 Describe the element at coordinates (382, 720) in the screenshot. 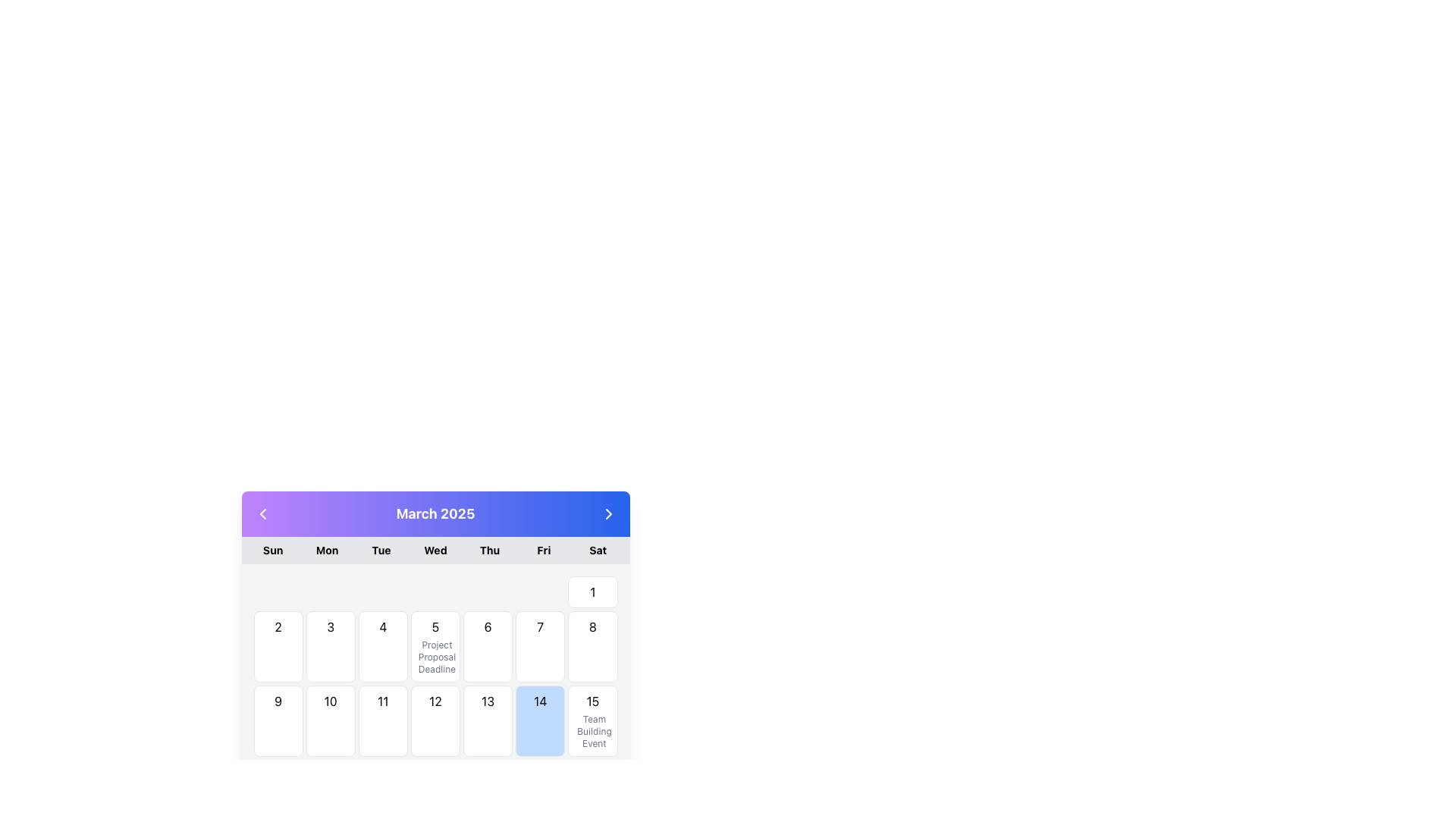

I see `the rectangular button displaying the number '11' in the calendar grid layout` at that location.